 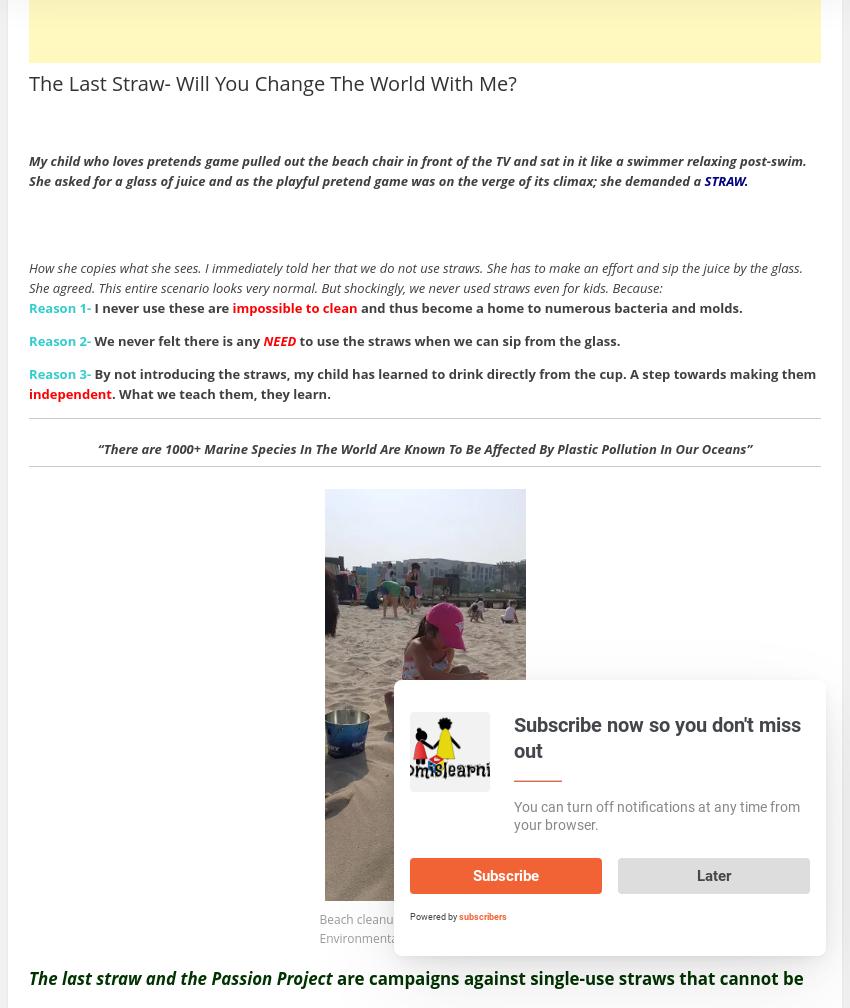 I want to click on 'Reason 3-', so click(x=60, y=372).